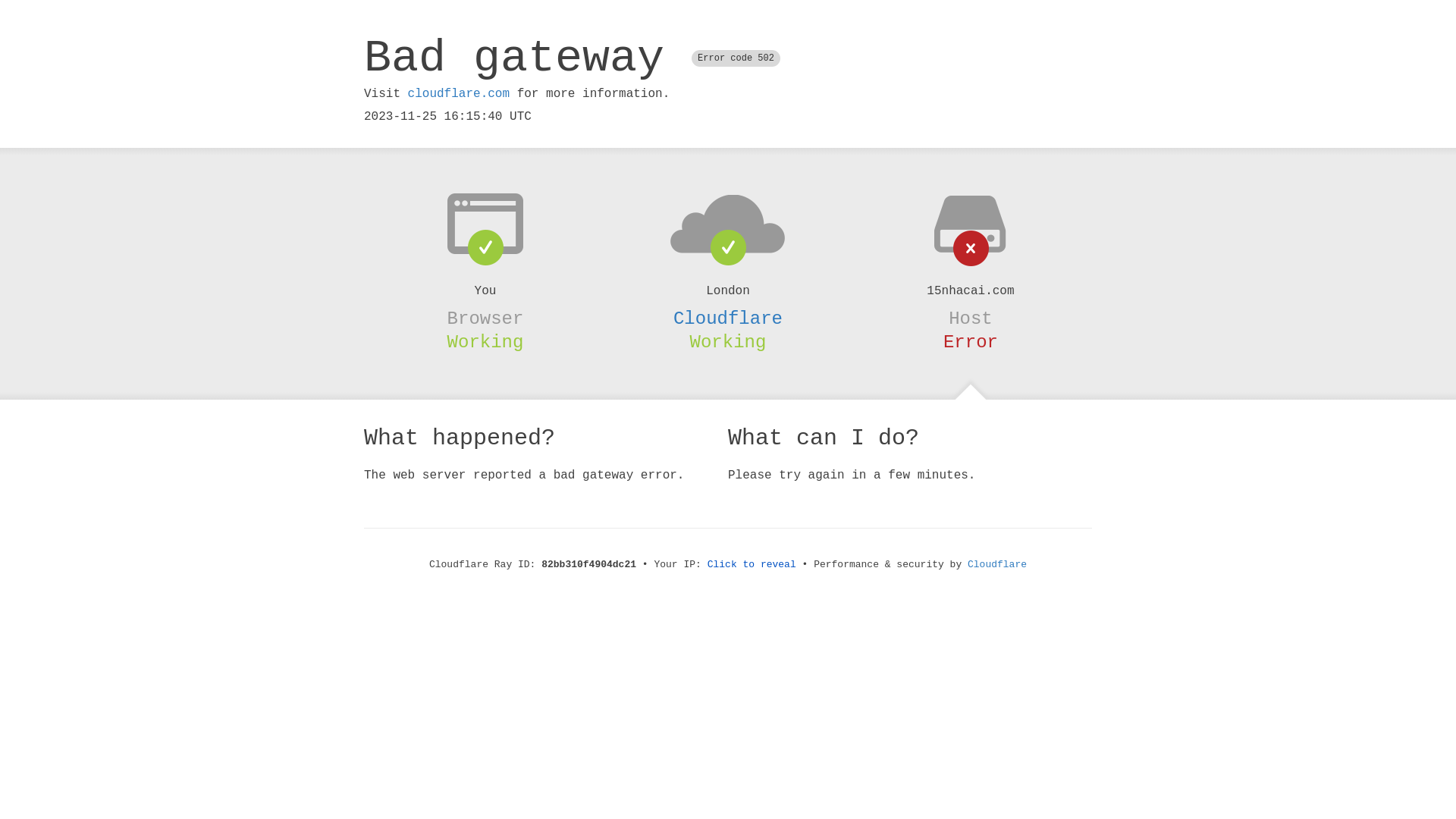  Describe the element at coordinates (997, 564) in the screenshot. I see `'Cloudflare'` at that location.